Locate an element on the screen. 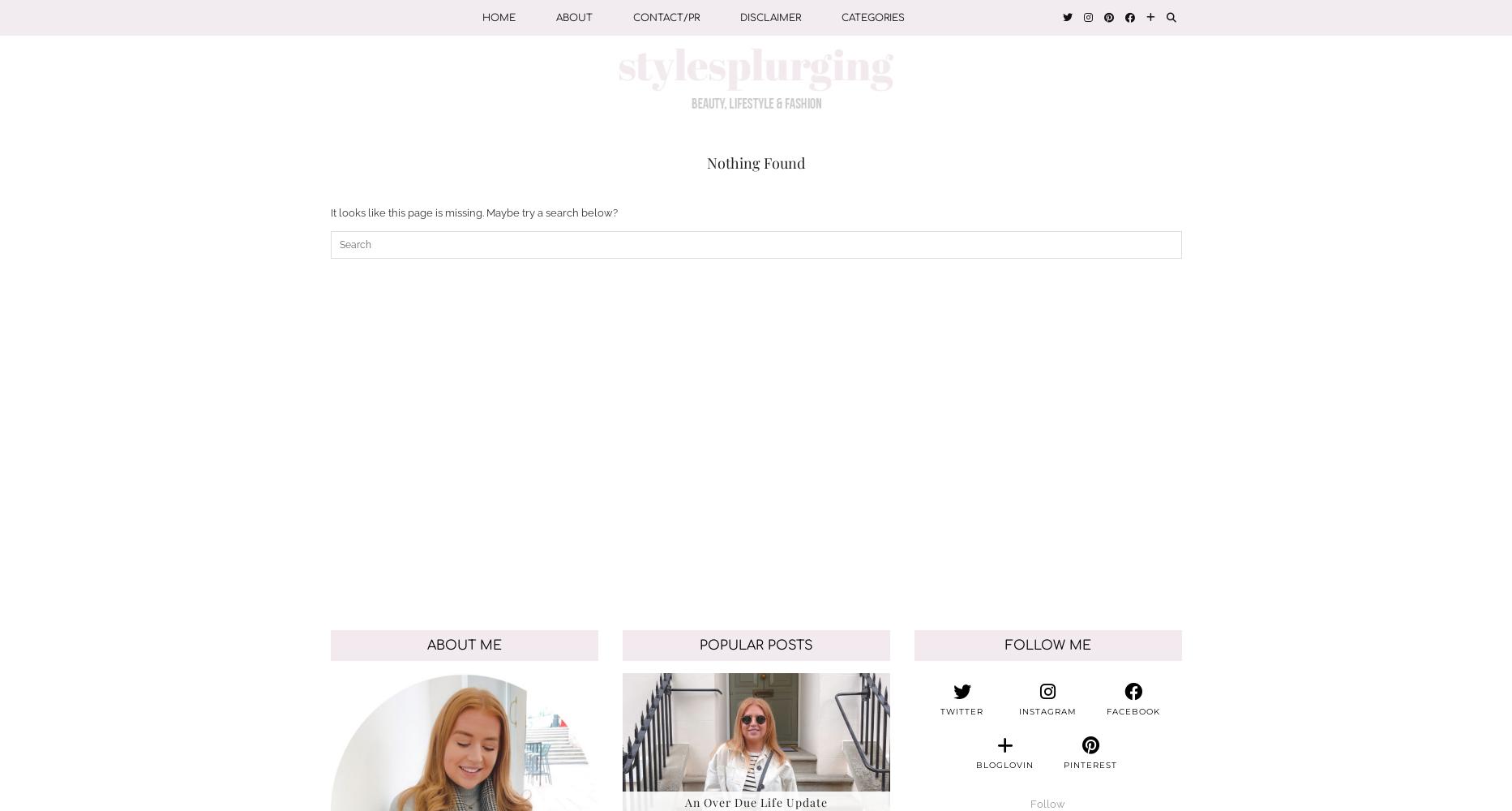  'ABOUT' is located at coordinates (574, 18).